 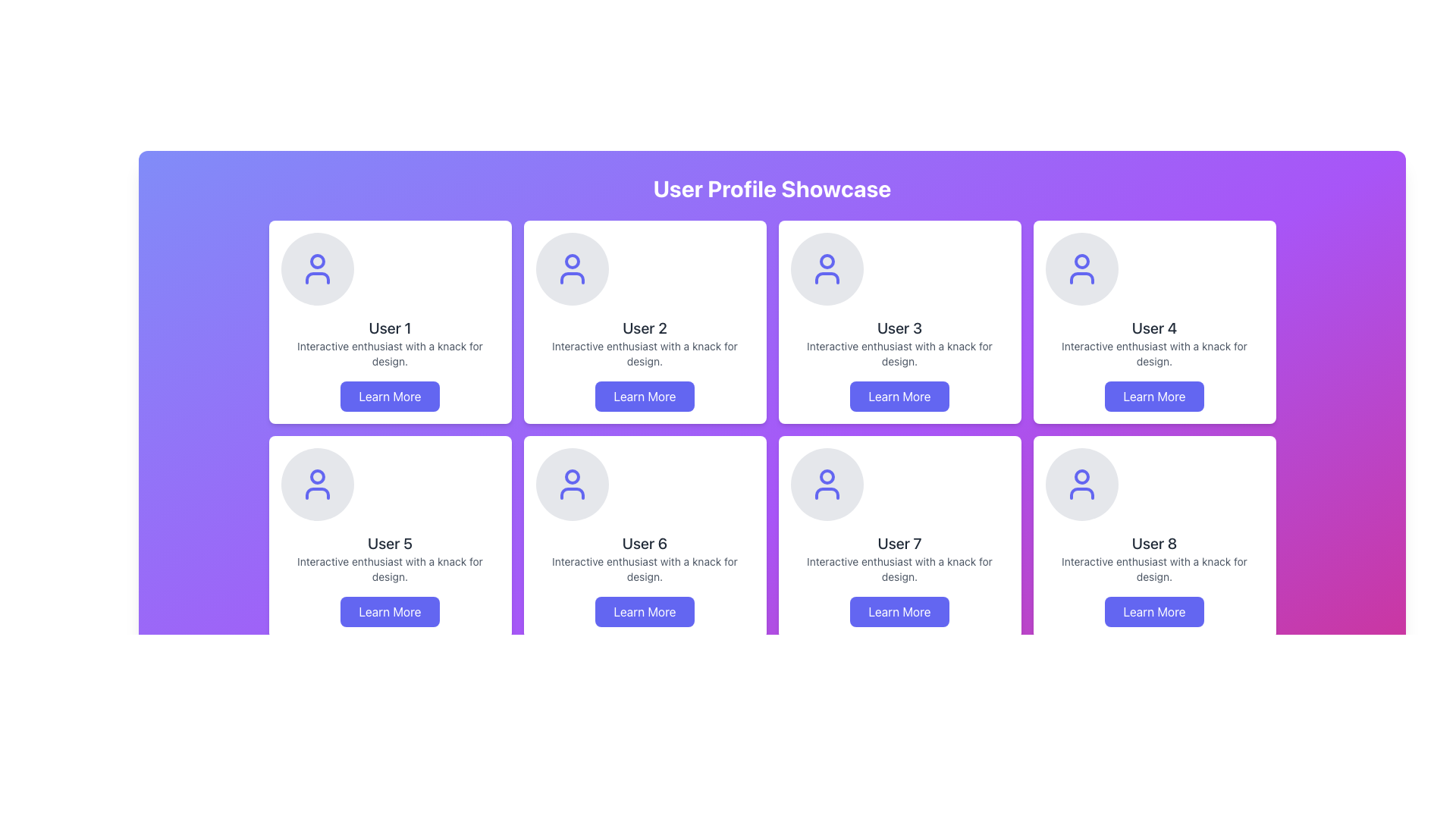 What do you see at coordinates (571, 475) in the screenshot?
I see `the inner circle of the user icon in the sixth card ('User 6') to interact with the user icon` at bounding box center [571, 475].